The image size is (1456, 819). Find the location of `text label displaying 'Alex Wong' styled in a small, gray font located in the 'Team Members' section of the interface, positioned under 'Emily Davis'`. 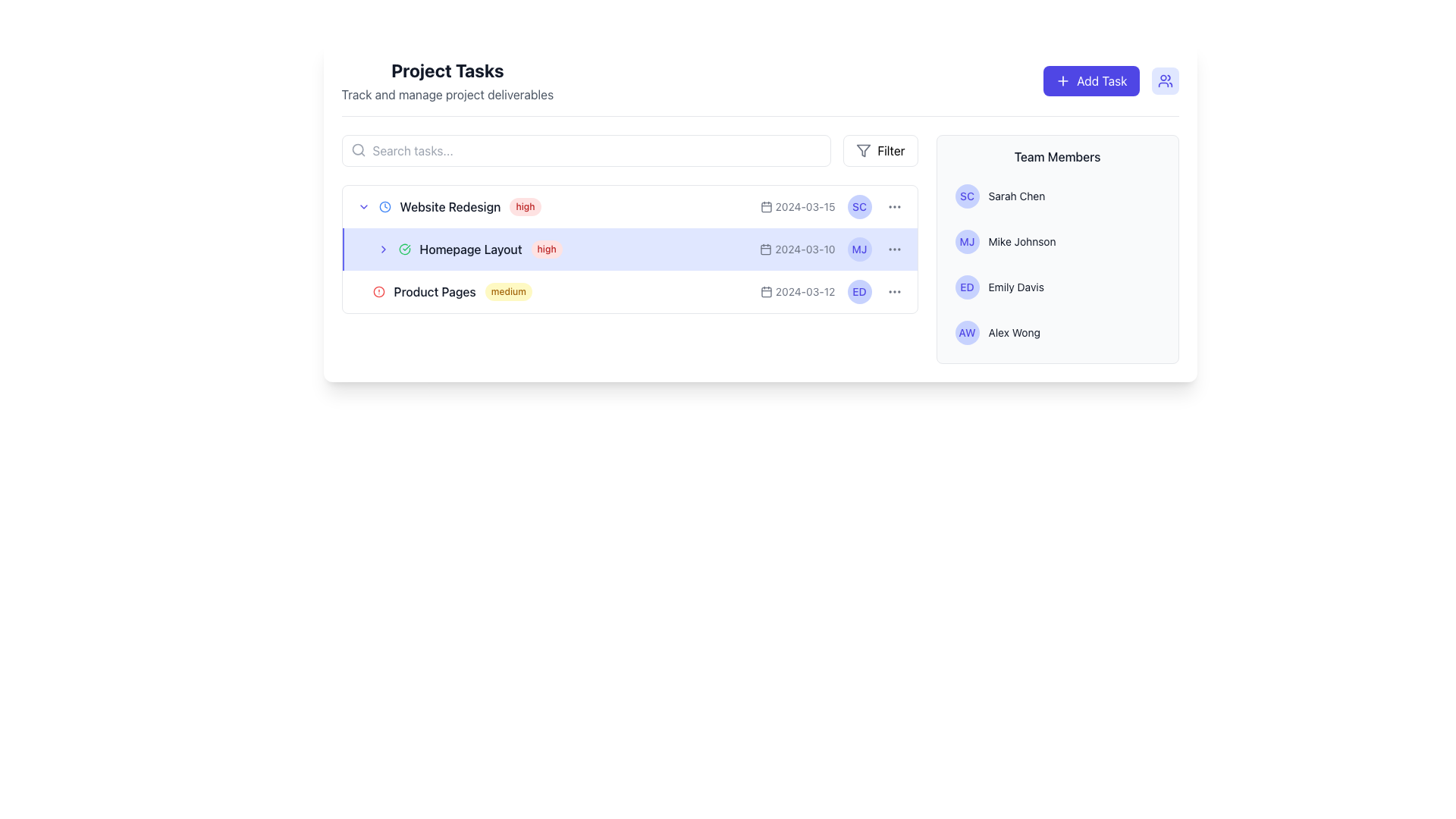

text label displaying 'Alex Wong' styled in a small, gray font located in the 'Team Members' section of the interface, positioned under 'Emily Davis' is located at coordinates (1014, 332).